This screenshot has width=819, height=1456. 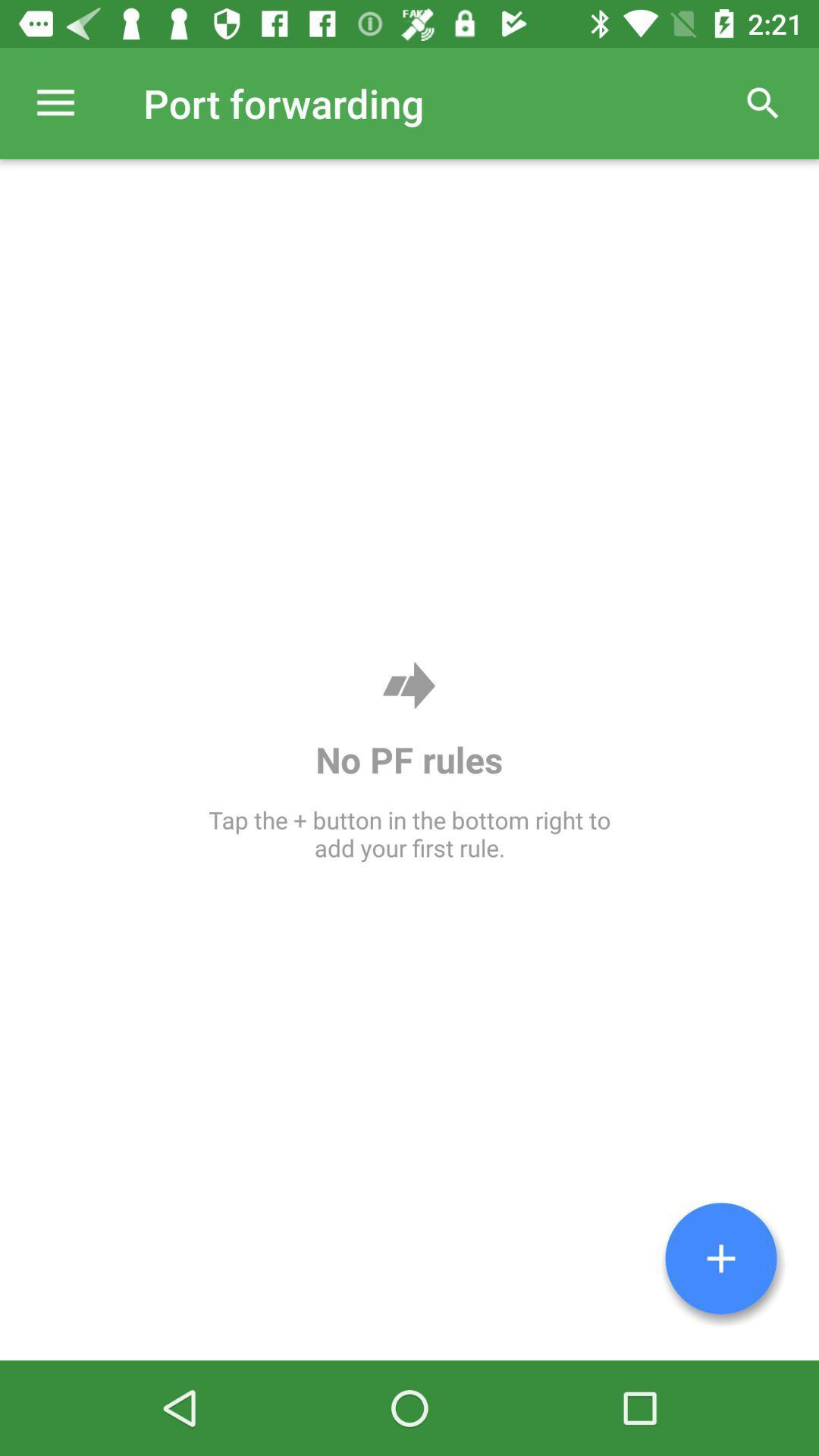 I want to click on the item to the right of port forwarding, so click(x=763, y=102).